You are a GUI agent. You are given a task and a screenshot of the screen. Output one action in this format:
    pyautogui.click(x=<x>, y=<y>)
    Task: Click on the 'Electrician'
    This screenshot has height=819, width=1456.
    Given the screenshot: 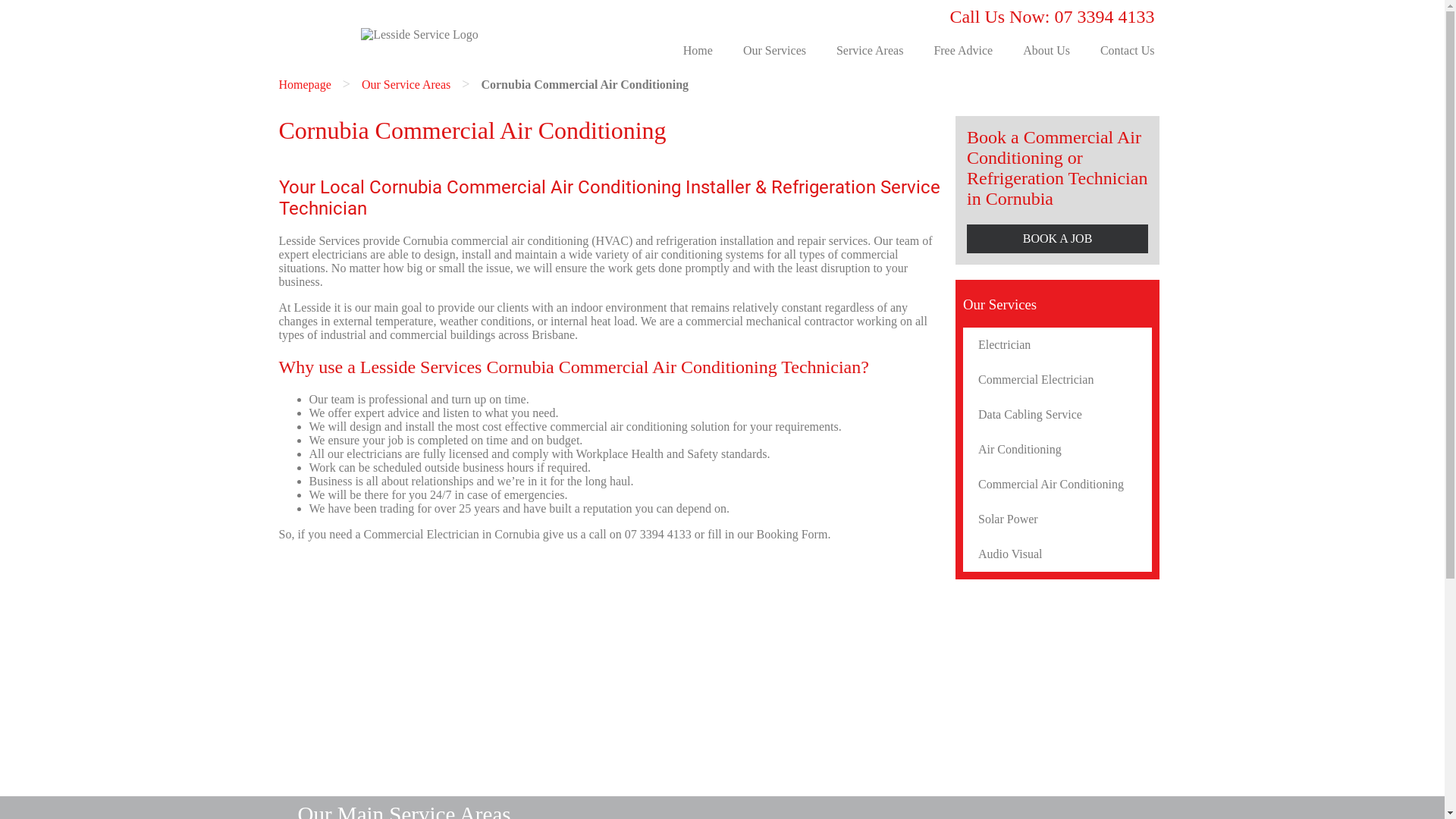 What is the action you would take?
    pyautogui.click(x=1056, y=345)
    